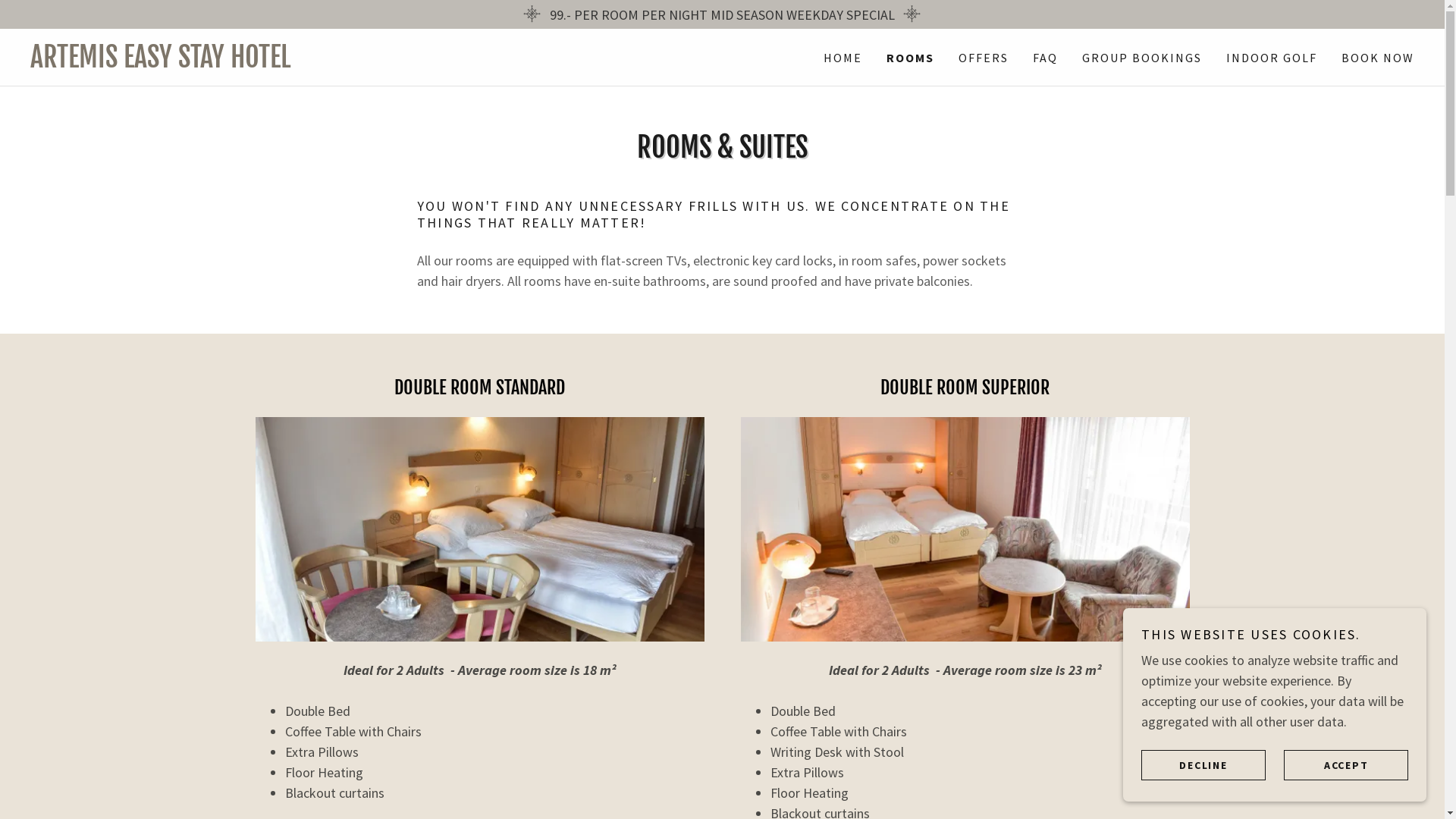 Image resolution: width=1456 pixels, height=819 pixels. What do you see at coordinates (952, 57) in the screenshot?
I see `'OFFERS'` at bounding box center [952, 57].